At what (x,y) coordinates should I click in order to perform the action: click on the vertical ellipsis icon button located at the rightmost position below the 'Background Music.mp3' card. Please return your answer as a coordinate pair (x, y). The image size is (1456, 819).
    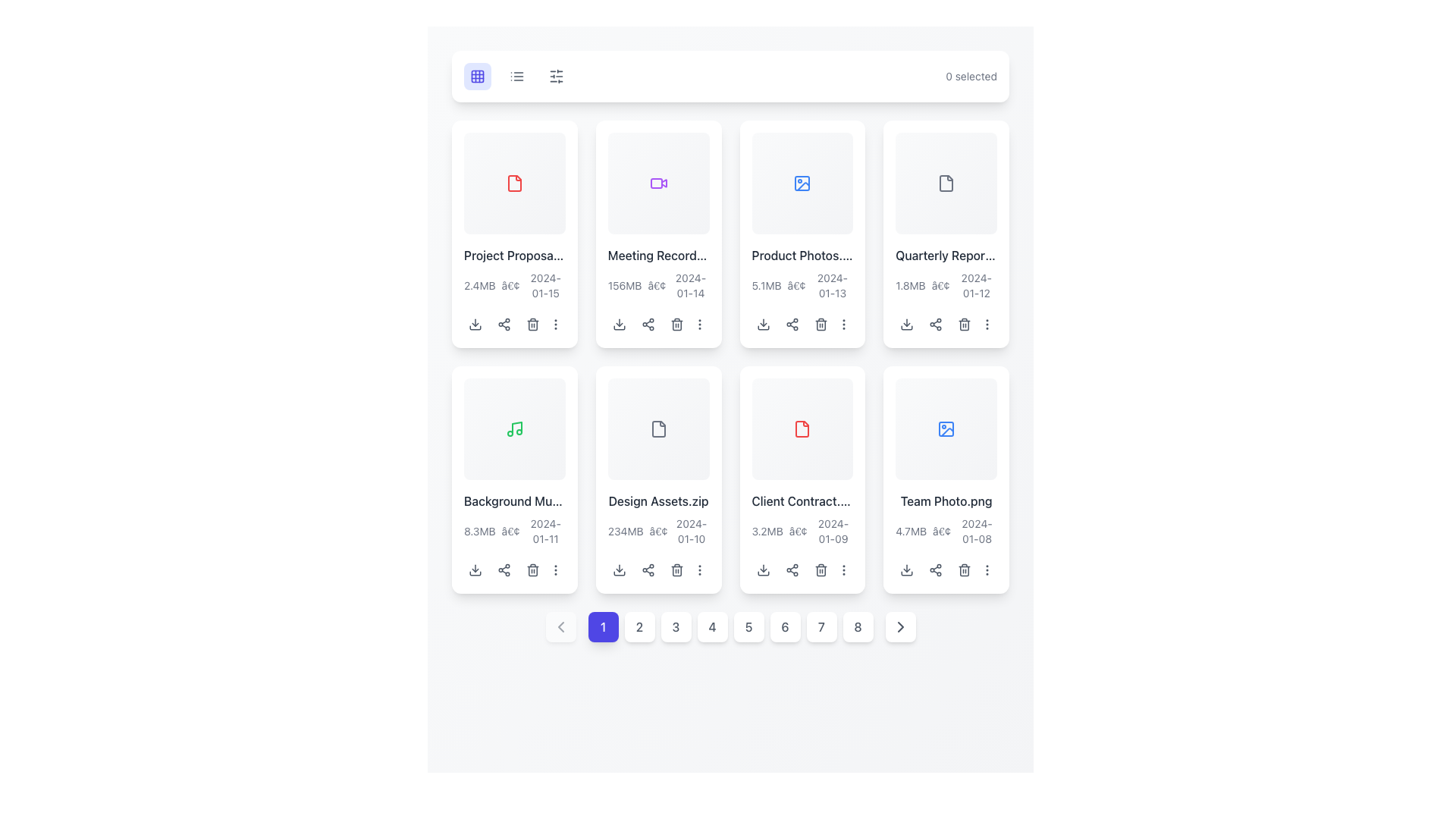
    Looking at the image, I should click on (555, 570).